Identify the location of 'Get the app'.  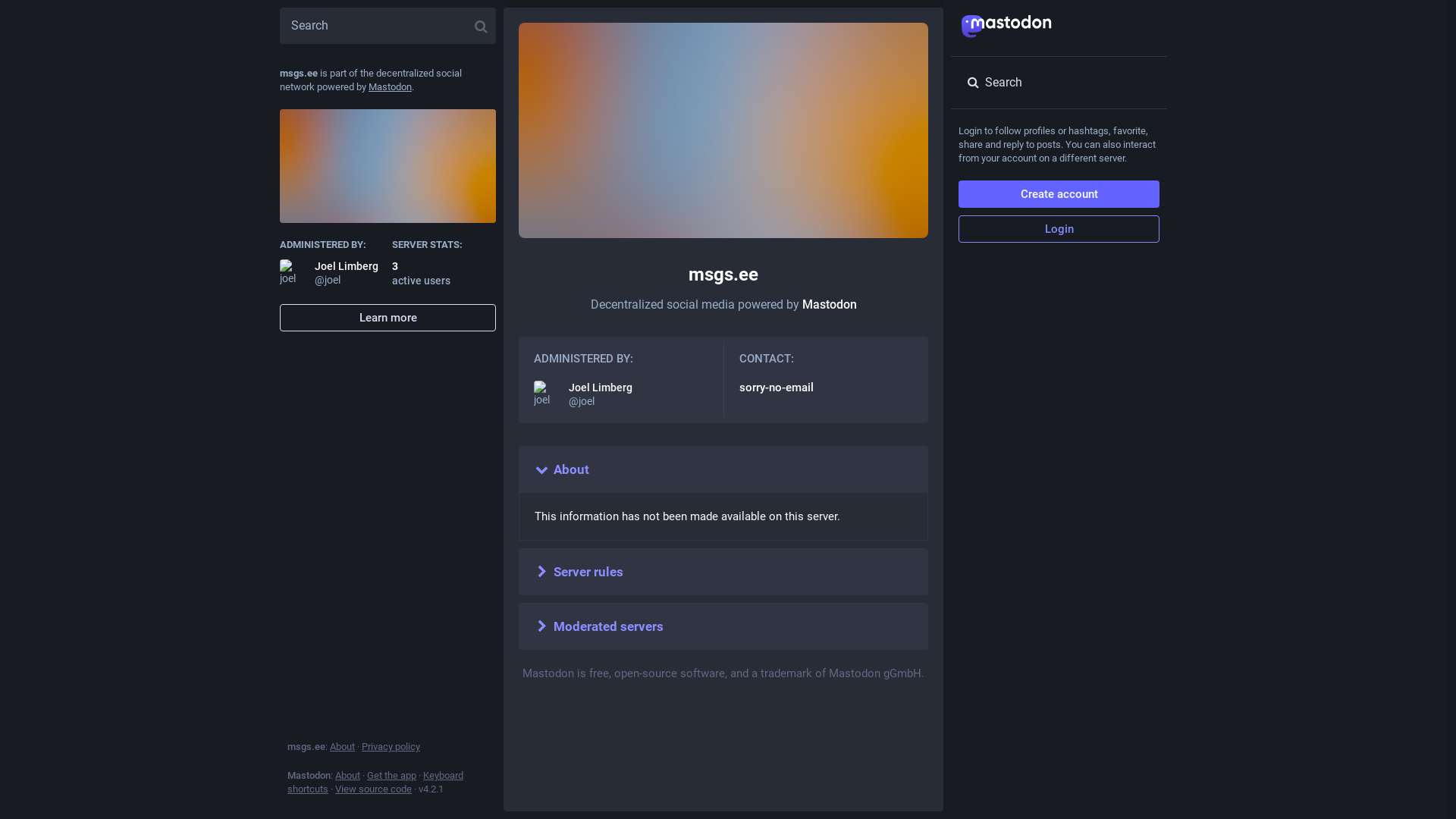
(391, 775).